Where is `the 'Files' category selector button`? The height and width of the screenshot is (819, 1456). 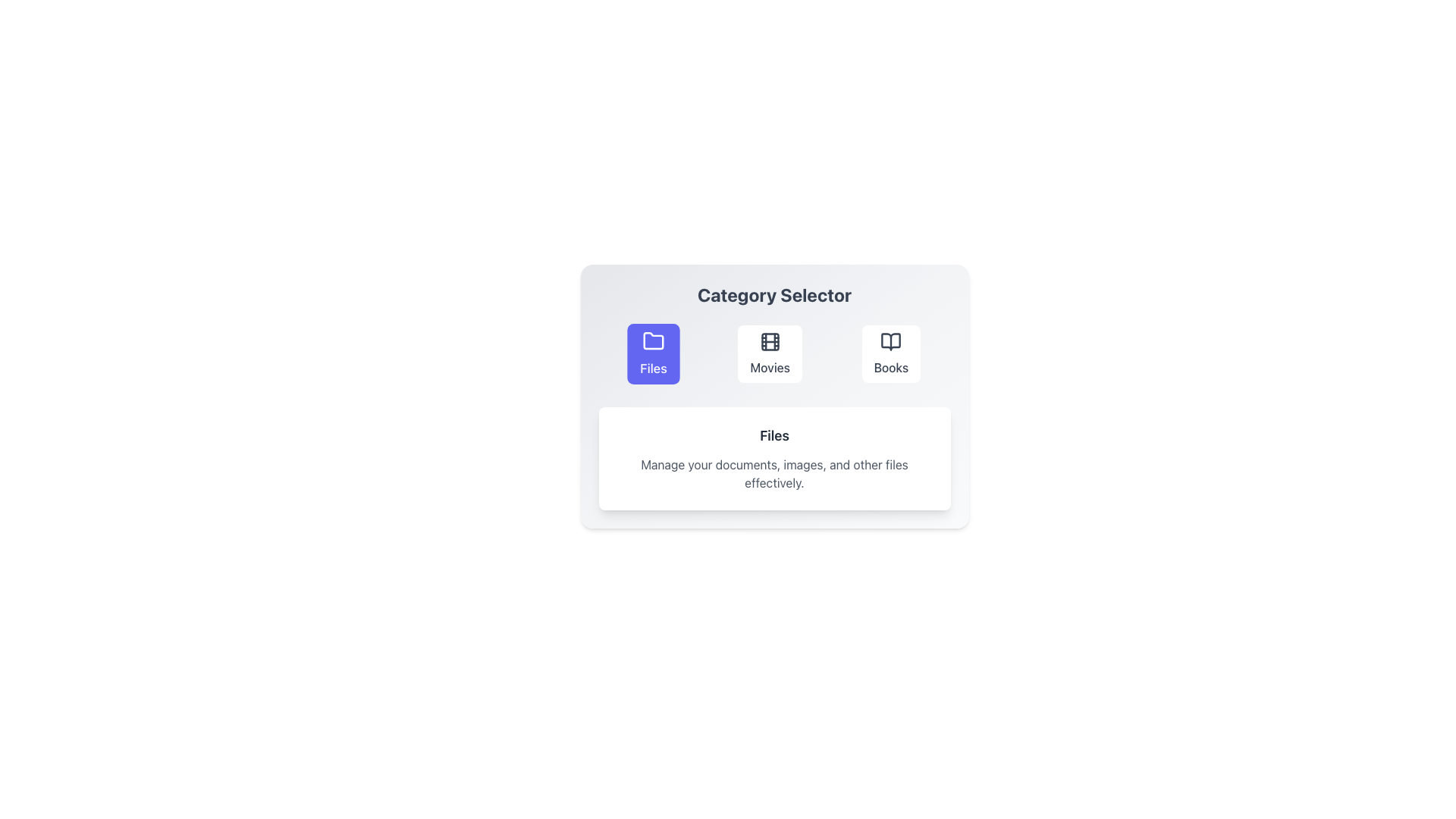 the 'Files' category selector button is located at coordinates (653, 353).